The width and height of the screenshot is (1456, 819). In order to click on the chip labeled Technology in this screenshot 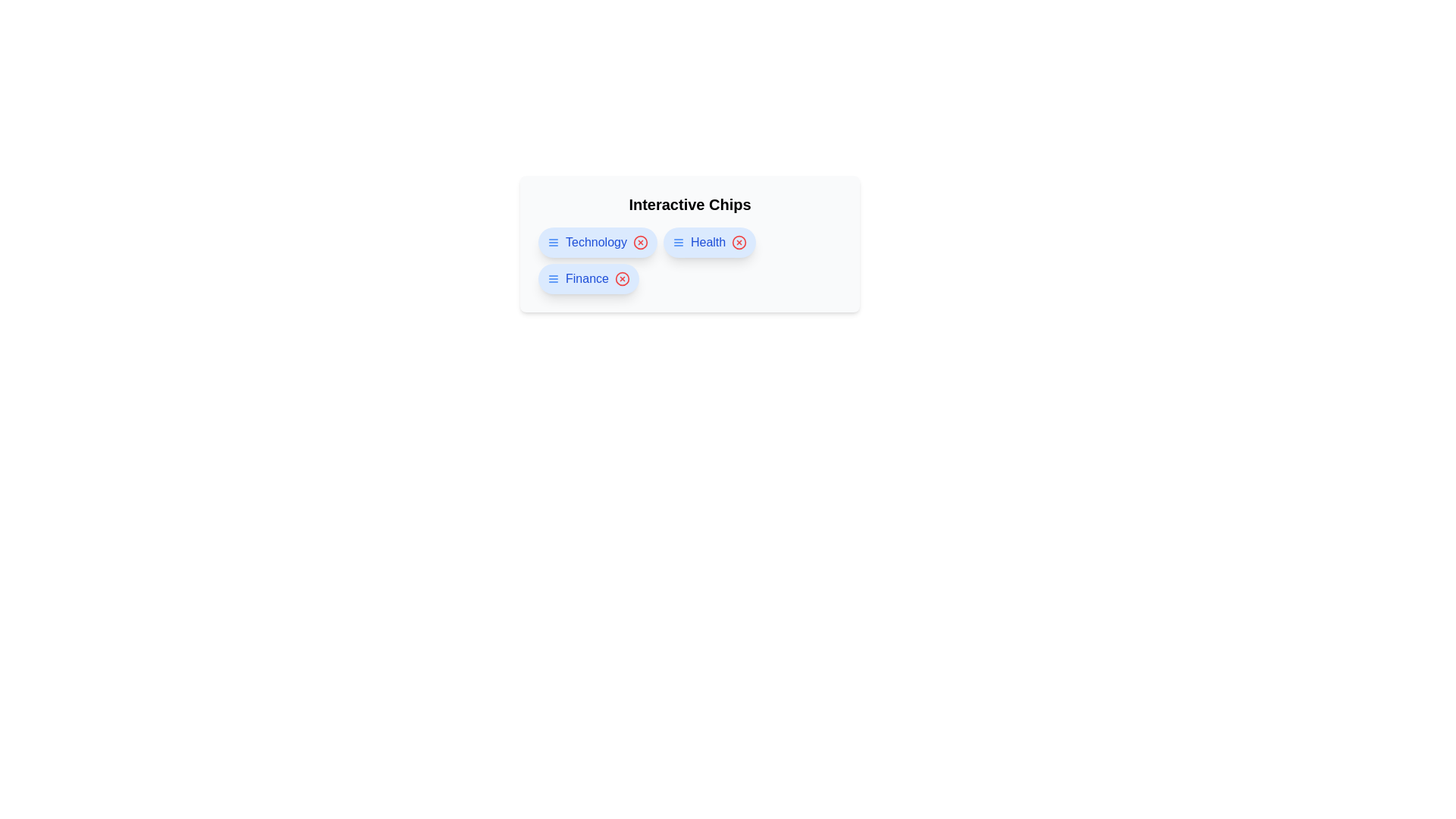, I will do `click(596, 242)`.